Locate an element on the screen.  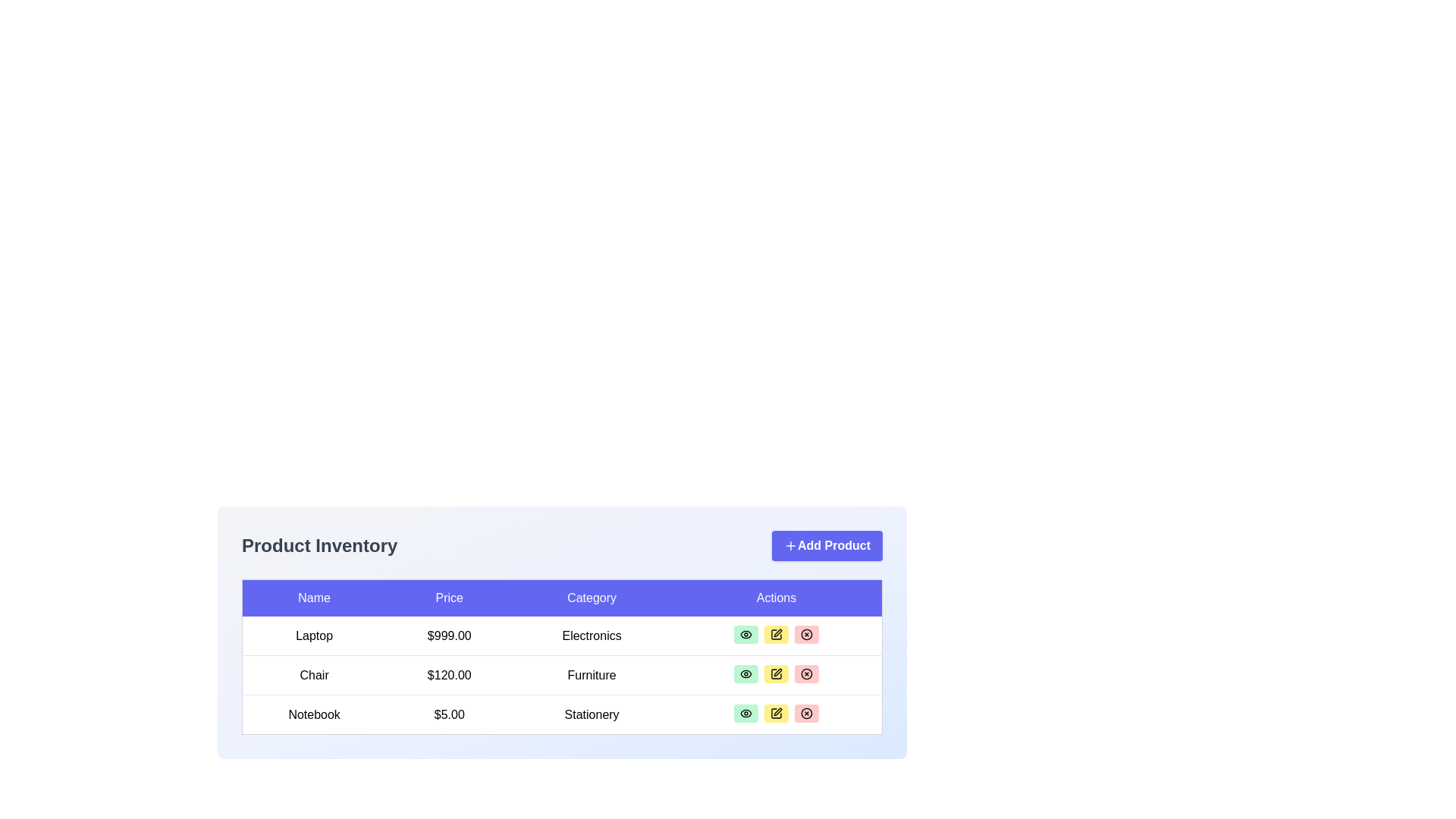
the edit button in the 'Actions' column of the first row to modify details associated with the 'Laptop' product is located at coordinates (776, 635).